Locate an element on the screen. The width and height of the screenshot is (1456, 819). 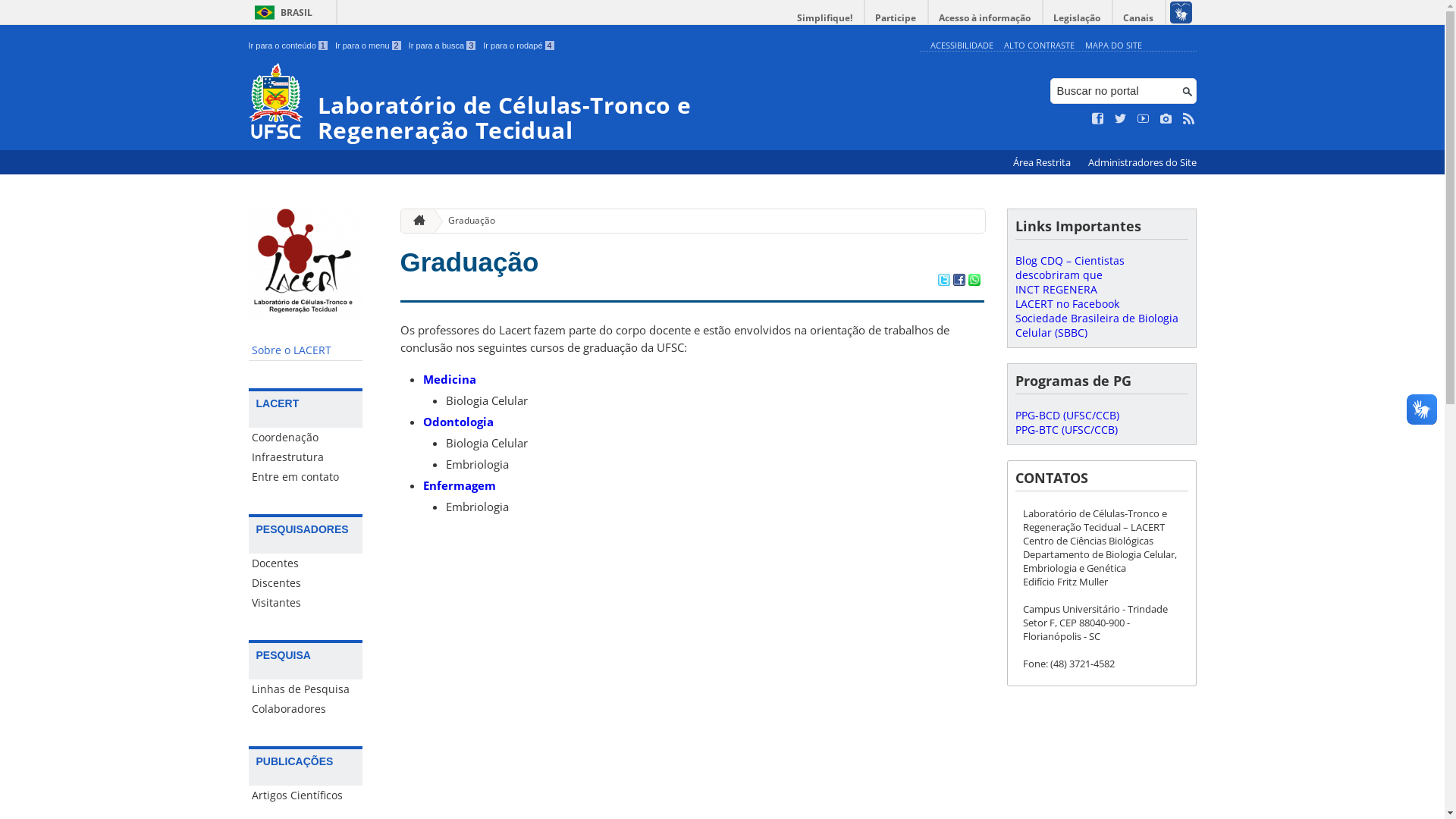
'PPG-BTC (UFSC/CCB)' is located at coordinates (1065, 429).